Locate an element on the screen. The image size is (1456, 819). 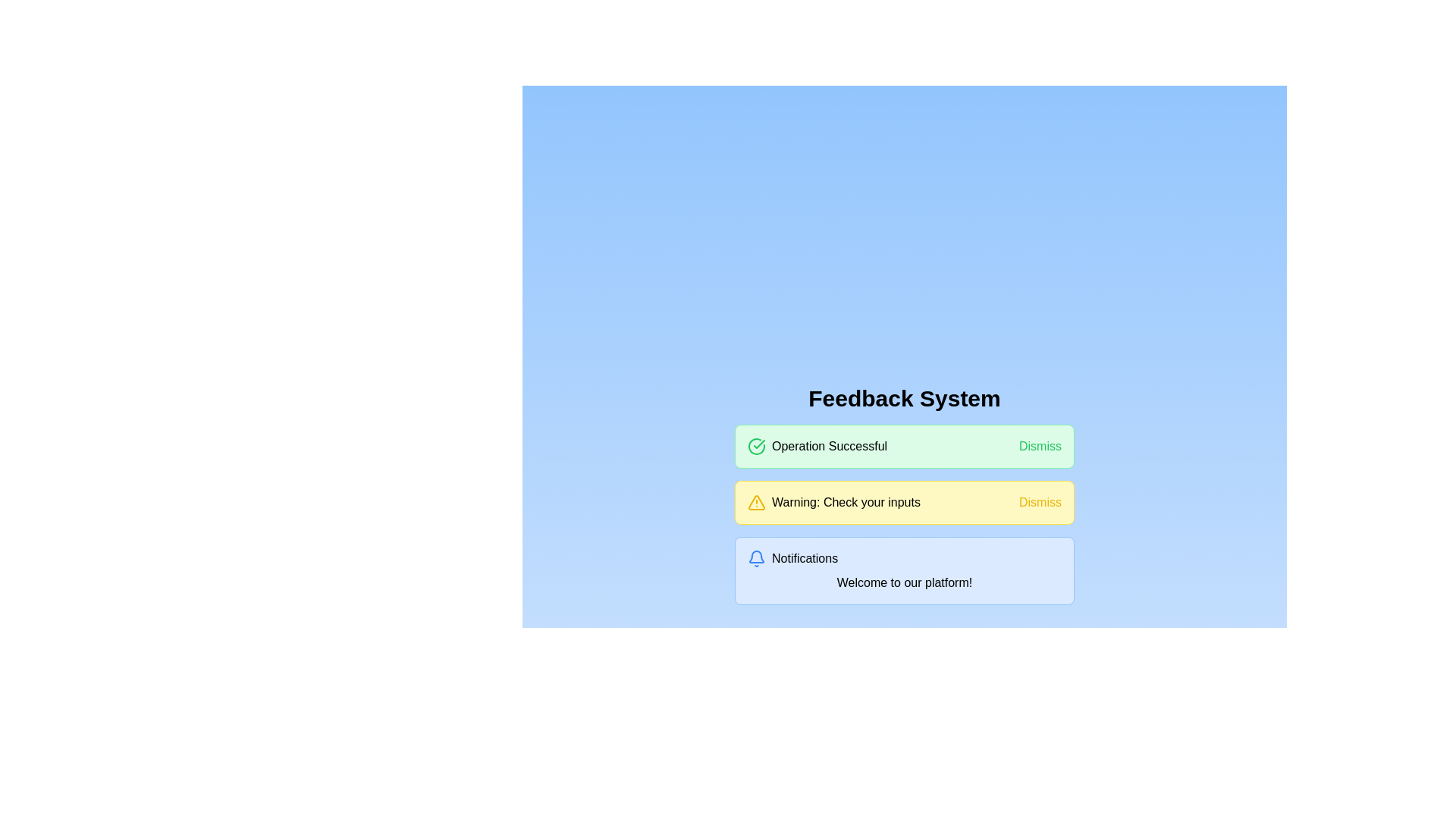
the circular icon representing a check mark within a green circle, which is part of the 'Operation Successful' notification in the user interface is located at coordinates (757, 446).